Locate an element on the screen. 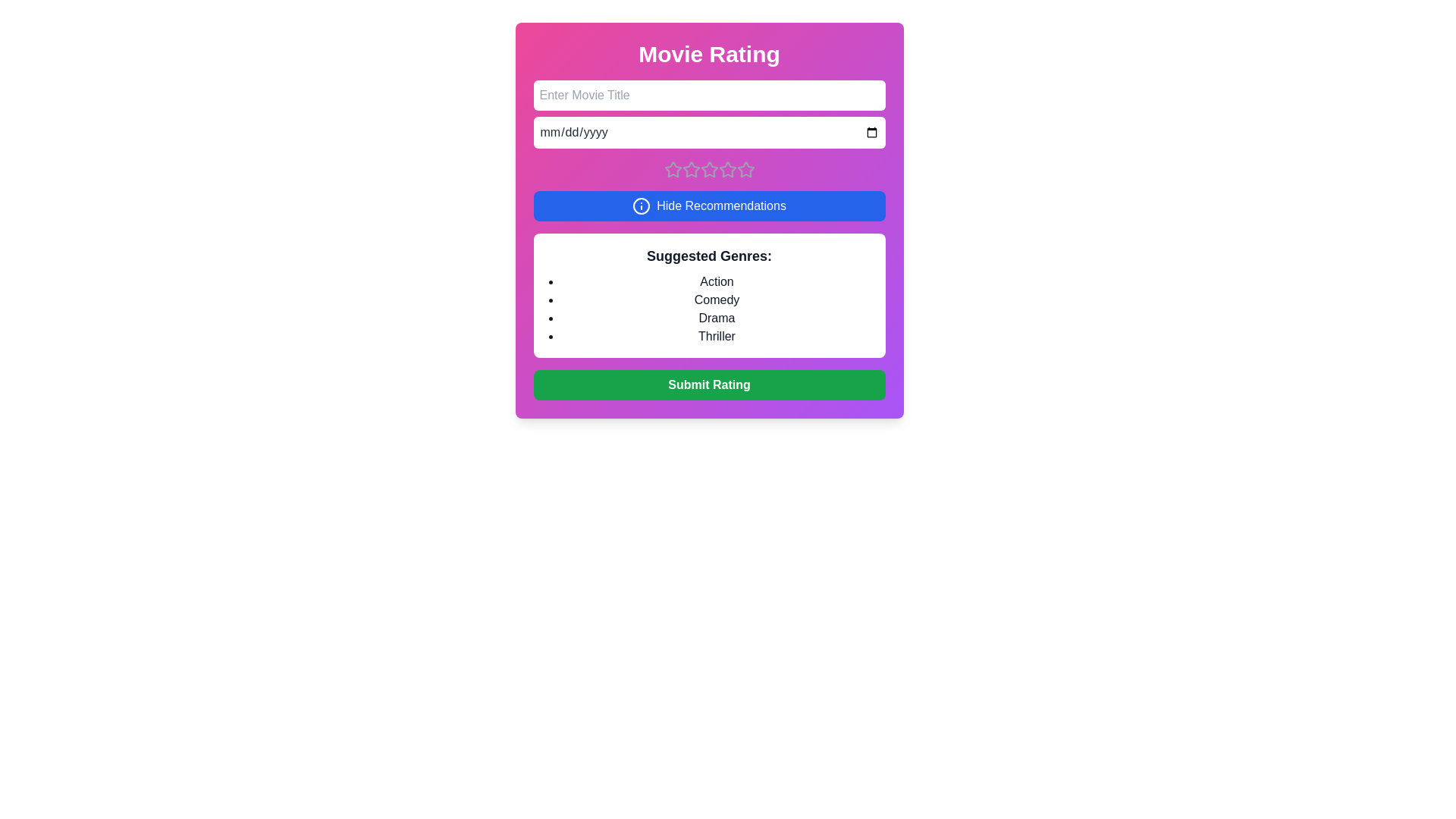 This screenshot has width=1456, height=819. the date picker input field to open the date selection interface is located at coordinates (708, 131).